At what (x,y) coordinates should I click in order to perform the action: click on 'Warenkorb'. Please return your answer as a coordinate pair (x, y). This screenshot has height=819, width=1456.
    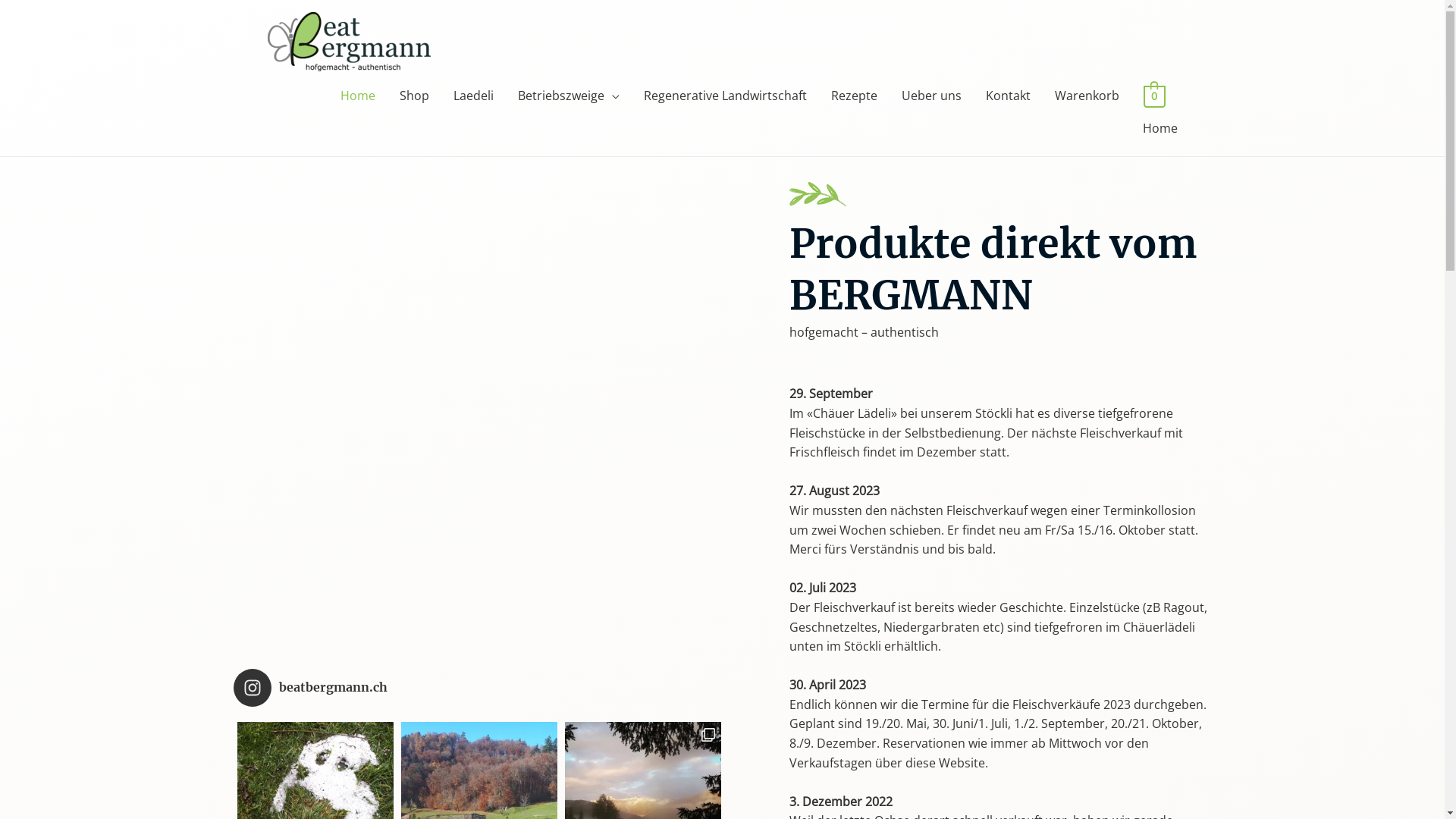
    Looking at the image, I should click on (1086, 96).